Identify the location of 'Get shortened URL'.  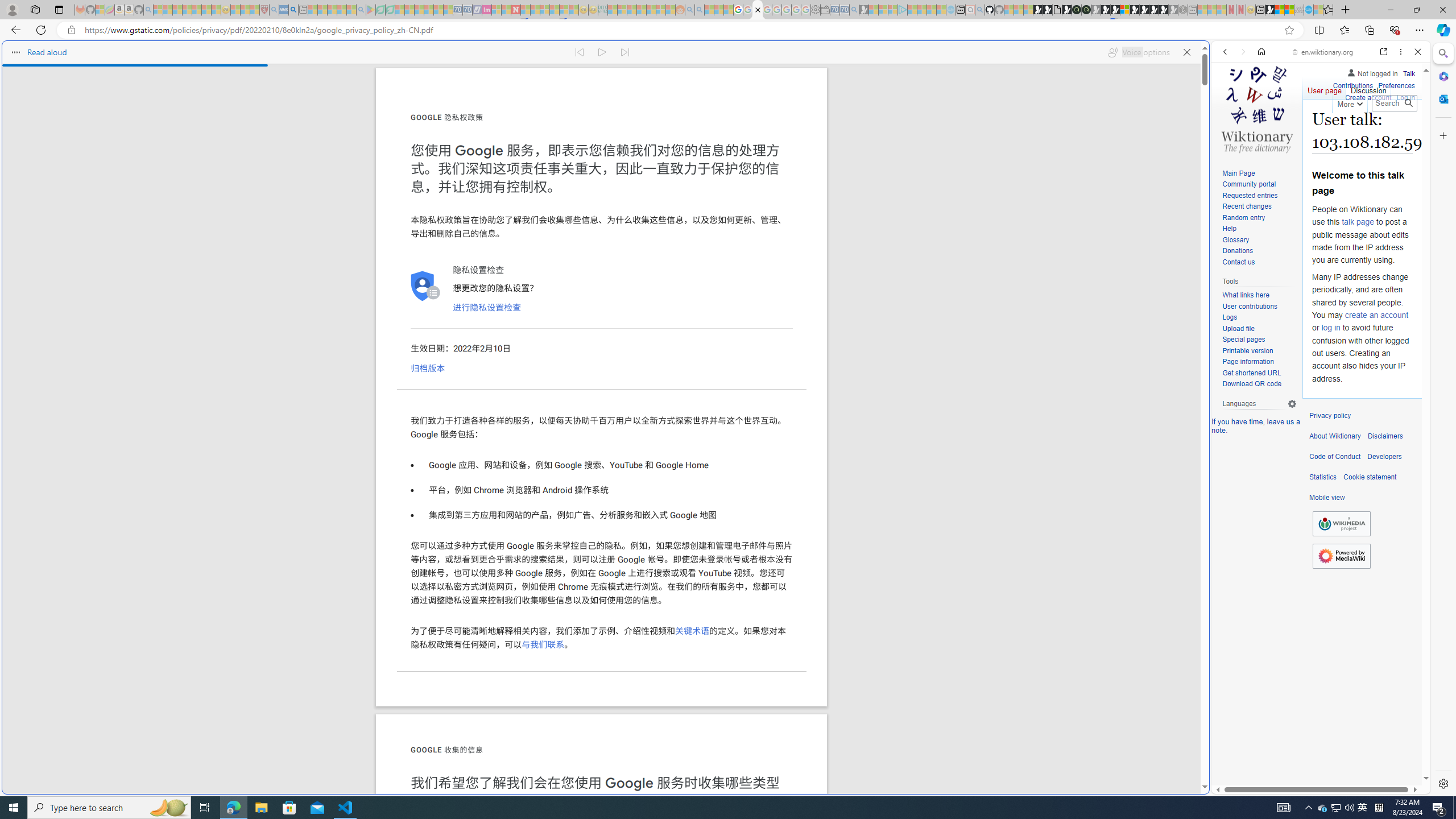
(1251, 372).